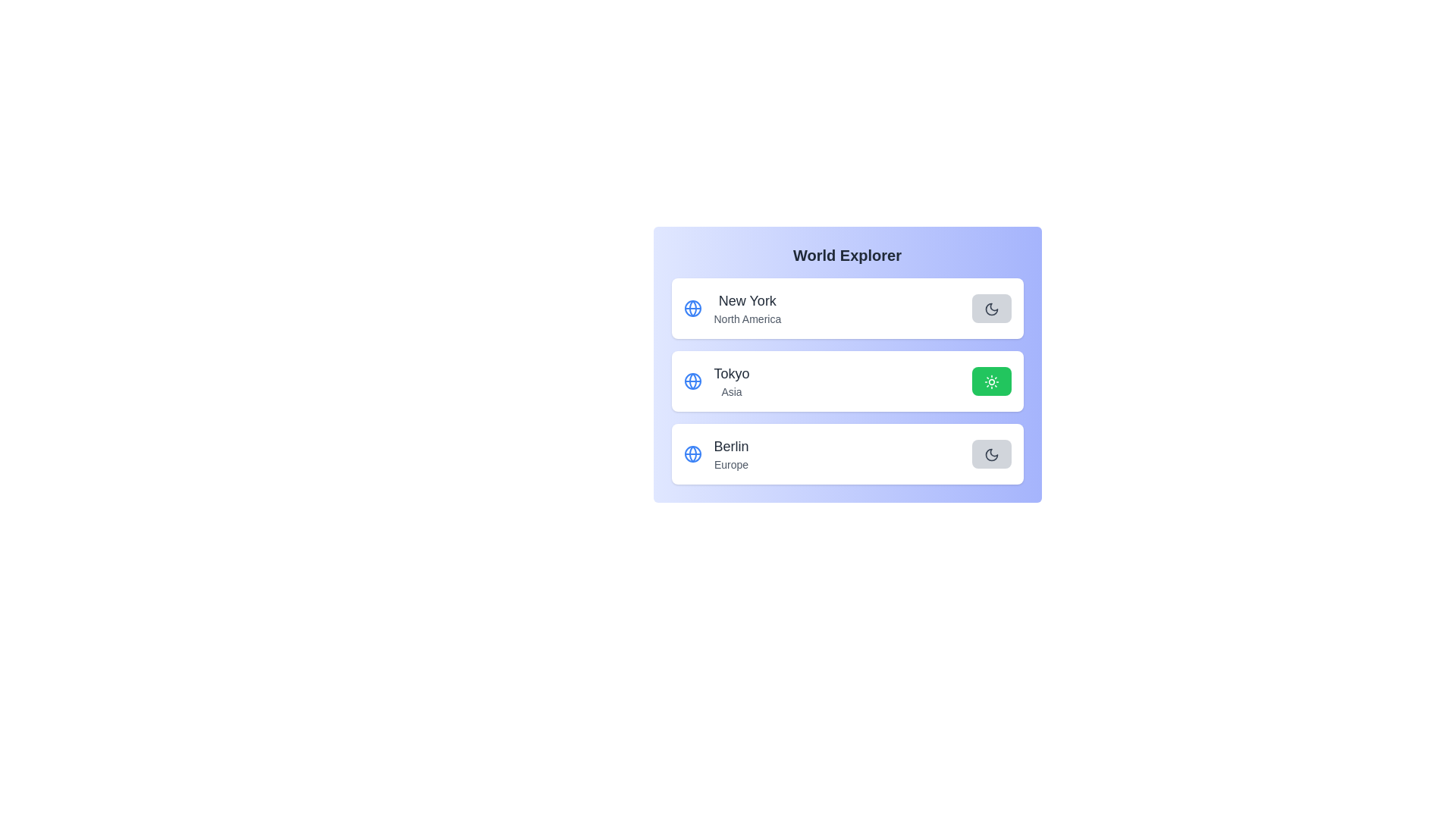  What do you see at coordinates (846, 308) in the screenshot?
I see `the list item corresponding to New York` at bounding box center [846, 308].